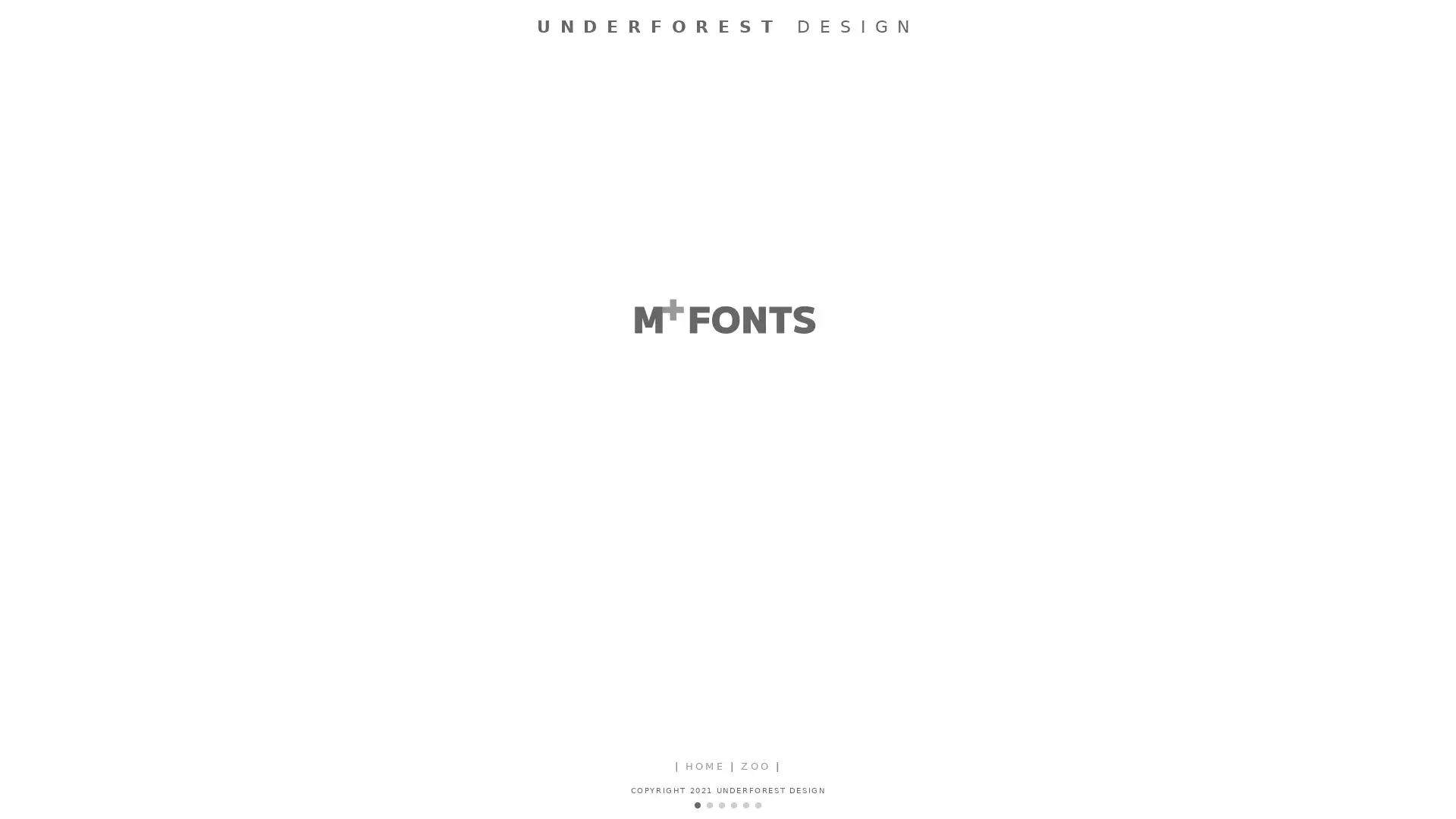 This screenshot has width=1456, height=819. I want to click on Go to slide 4, so click(734, 804).